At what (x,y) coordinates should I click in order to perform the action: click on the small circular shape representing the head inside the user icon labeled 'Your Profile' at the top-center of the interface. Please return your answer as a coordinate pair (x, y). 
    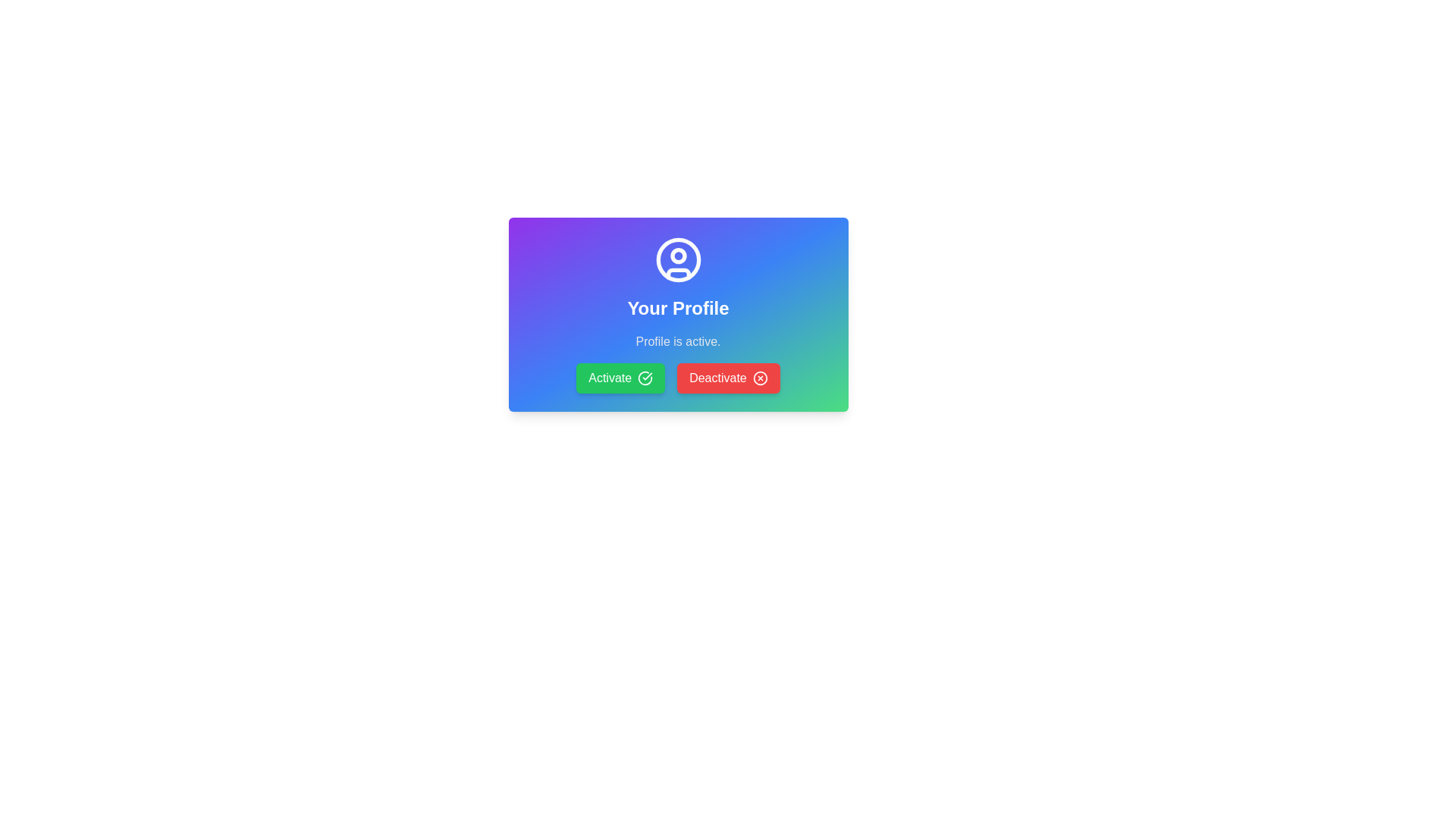
    Looking at the image, I should click on (677, 255).